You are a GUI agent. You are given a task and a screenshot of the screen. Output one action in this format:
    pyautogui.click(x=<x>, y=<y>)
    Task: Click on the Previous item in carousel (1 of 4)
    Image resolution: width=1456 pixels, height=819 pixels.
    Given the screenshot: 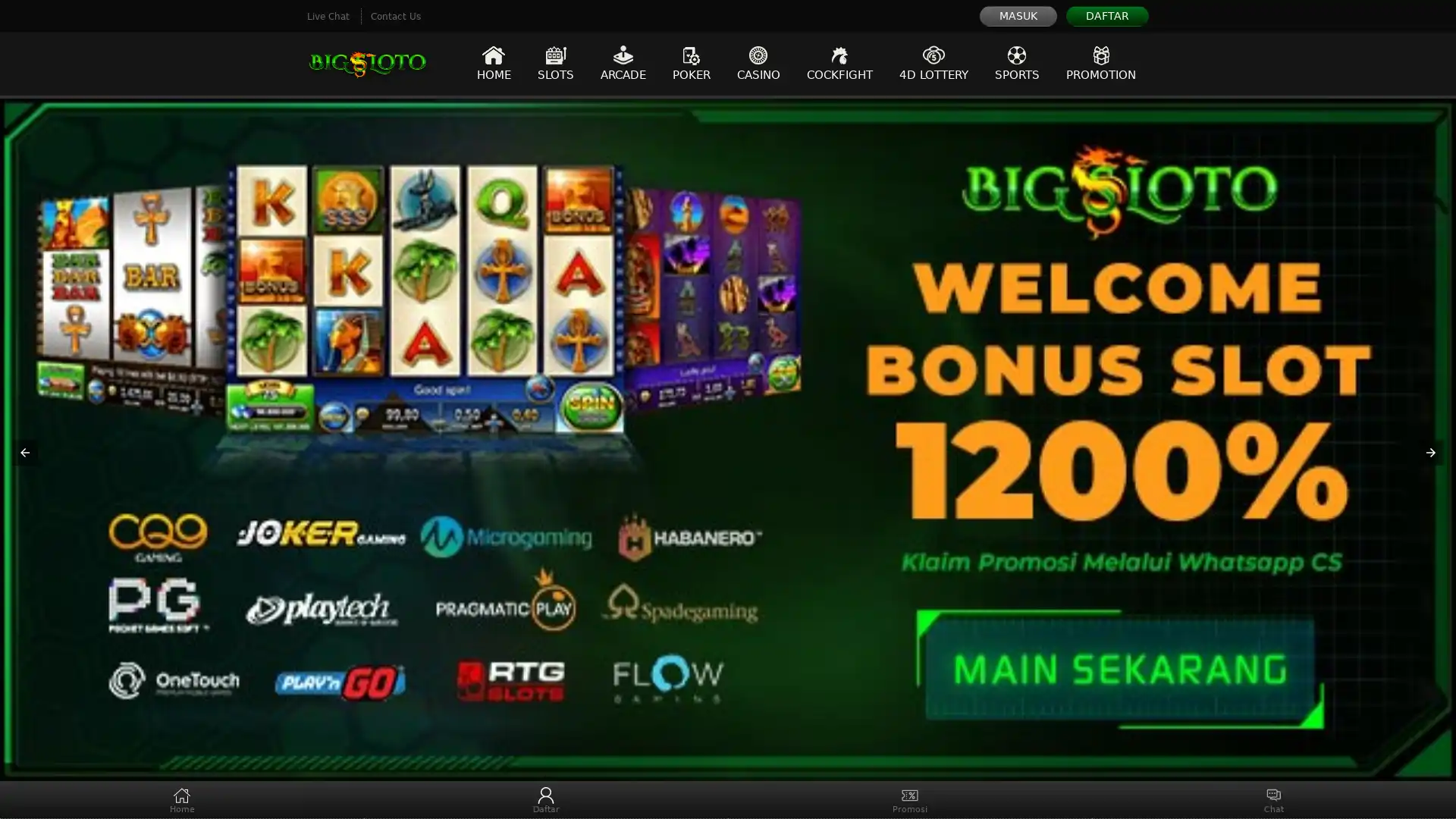 What is the action you would take?
    pyautogui.click(x=25, y=452)
    